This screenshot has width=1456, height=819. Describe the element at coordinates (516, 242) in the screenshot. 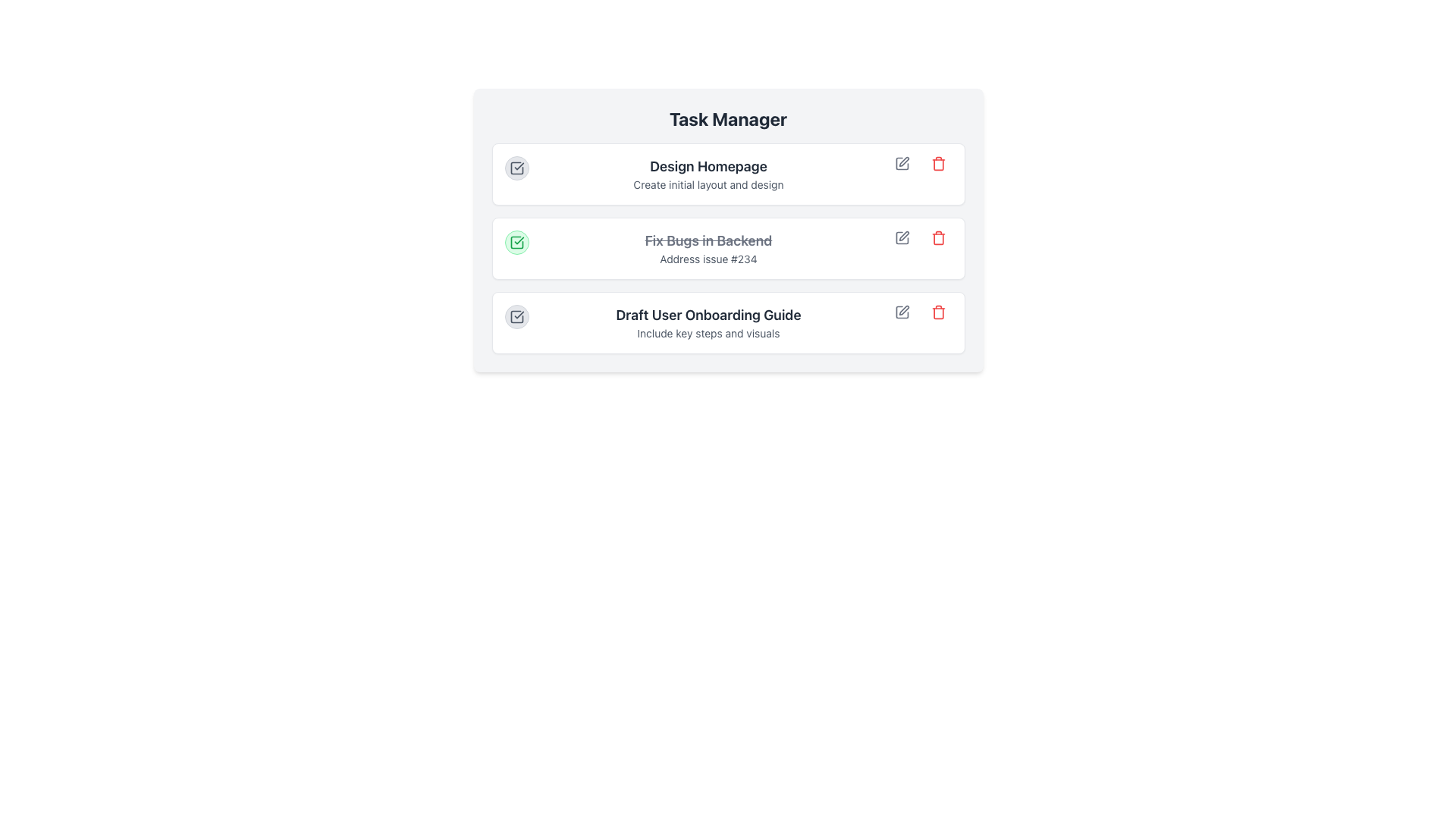

I see `the green circular UI icon with a checkmark inside a square, located in the middle item of a vertical list of tasks` at that location.